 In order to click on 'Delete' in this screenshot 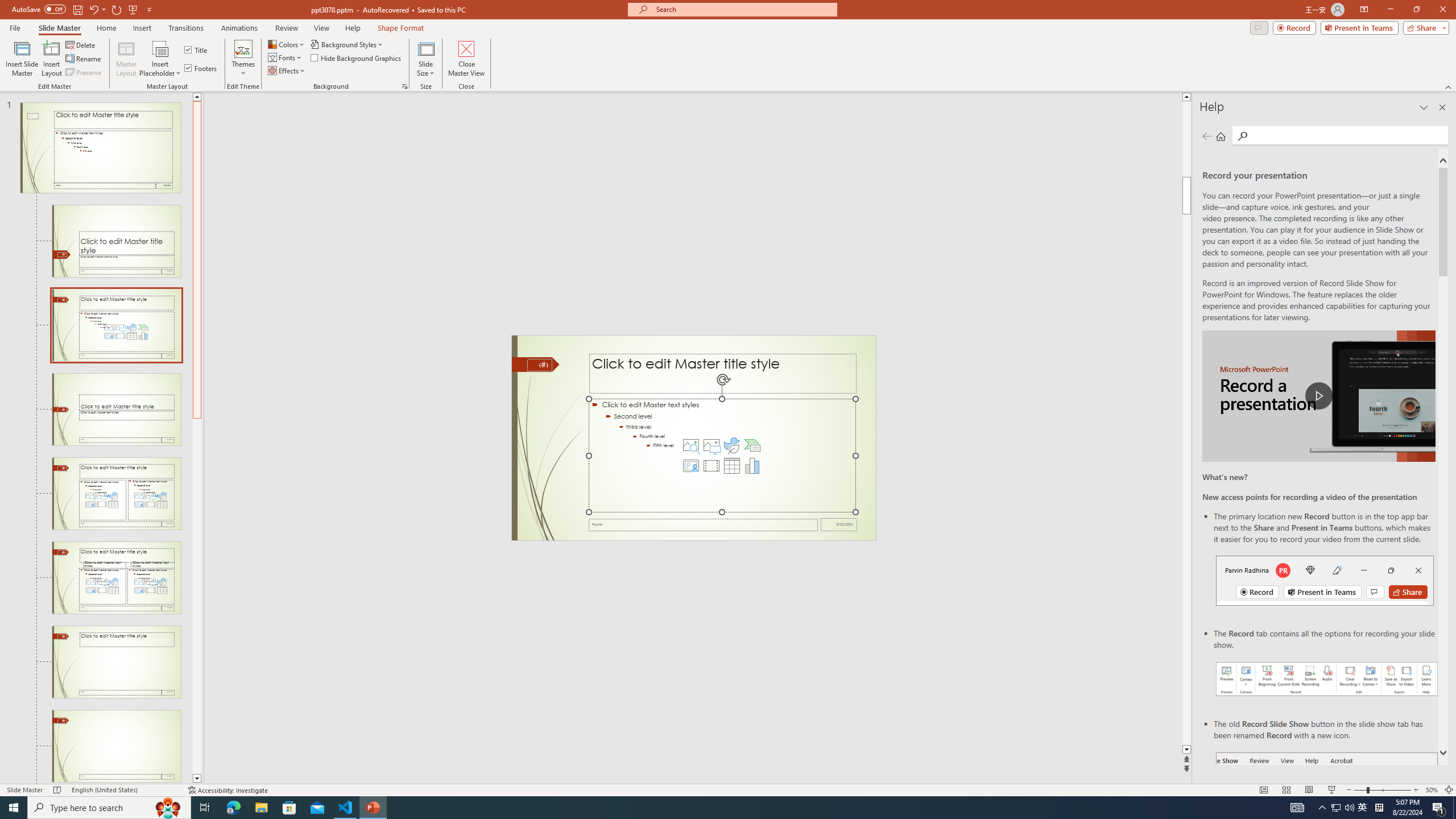, I will do `click(81, 44)`.